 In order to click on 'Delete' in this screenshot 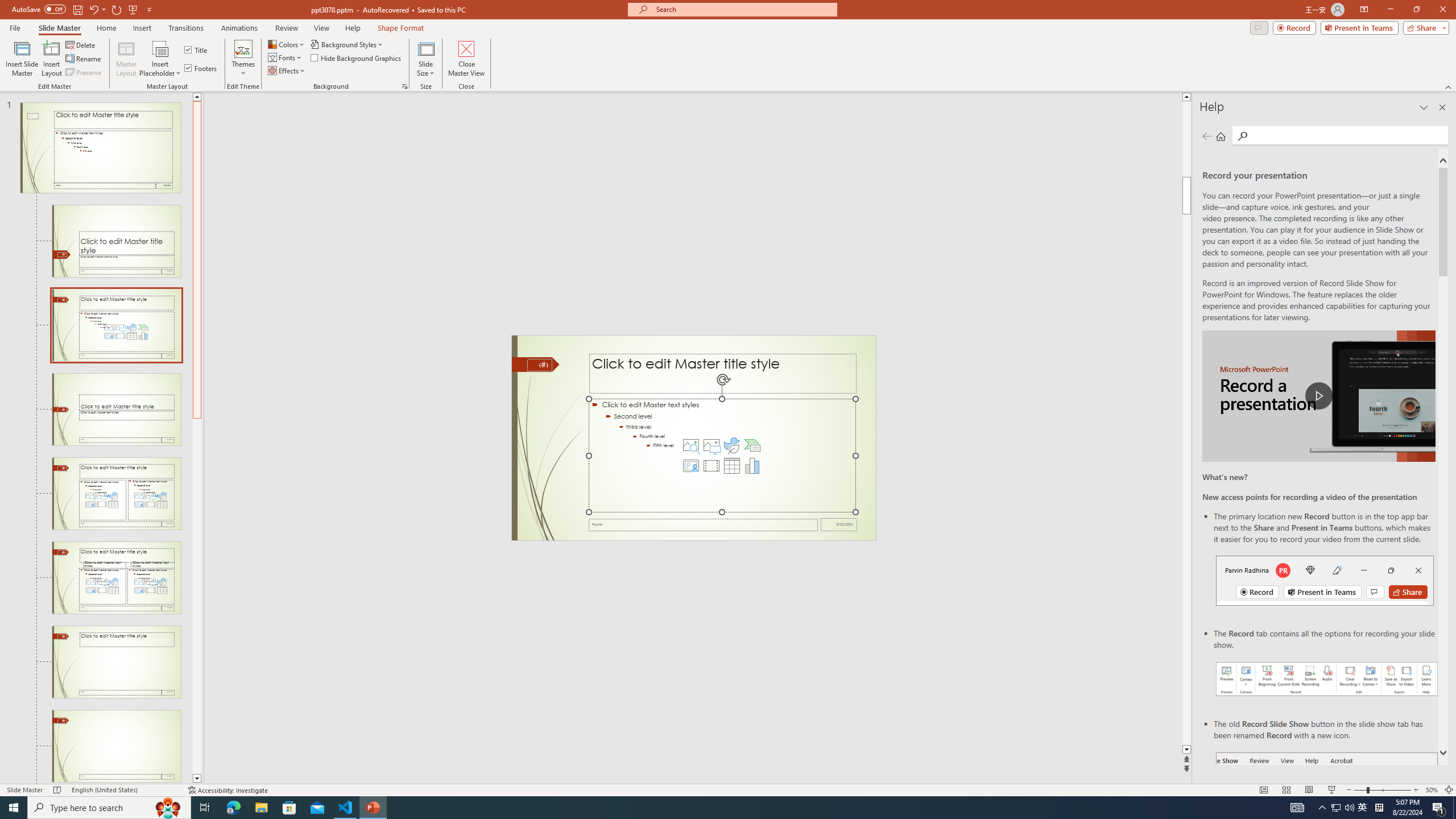, I will do `click(81, 44)`.